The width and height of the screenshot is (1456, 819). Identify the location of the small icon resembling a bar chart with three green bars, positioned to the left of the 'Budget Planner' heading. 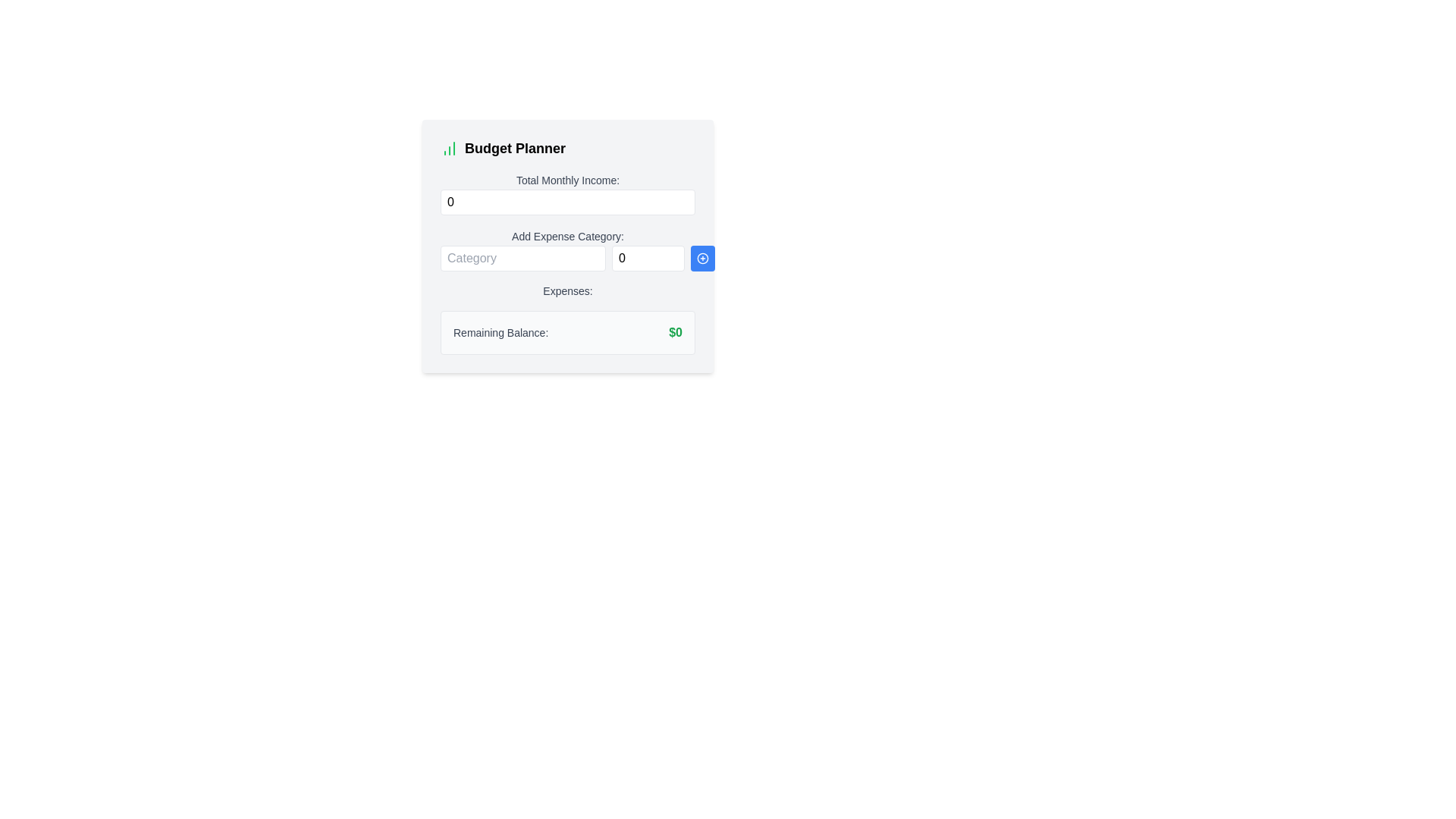
(449, 149).